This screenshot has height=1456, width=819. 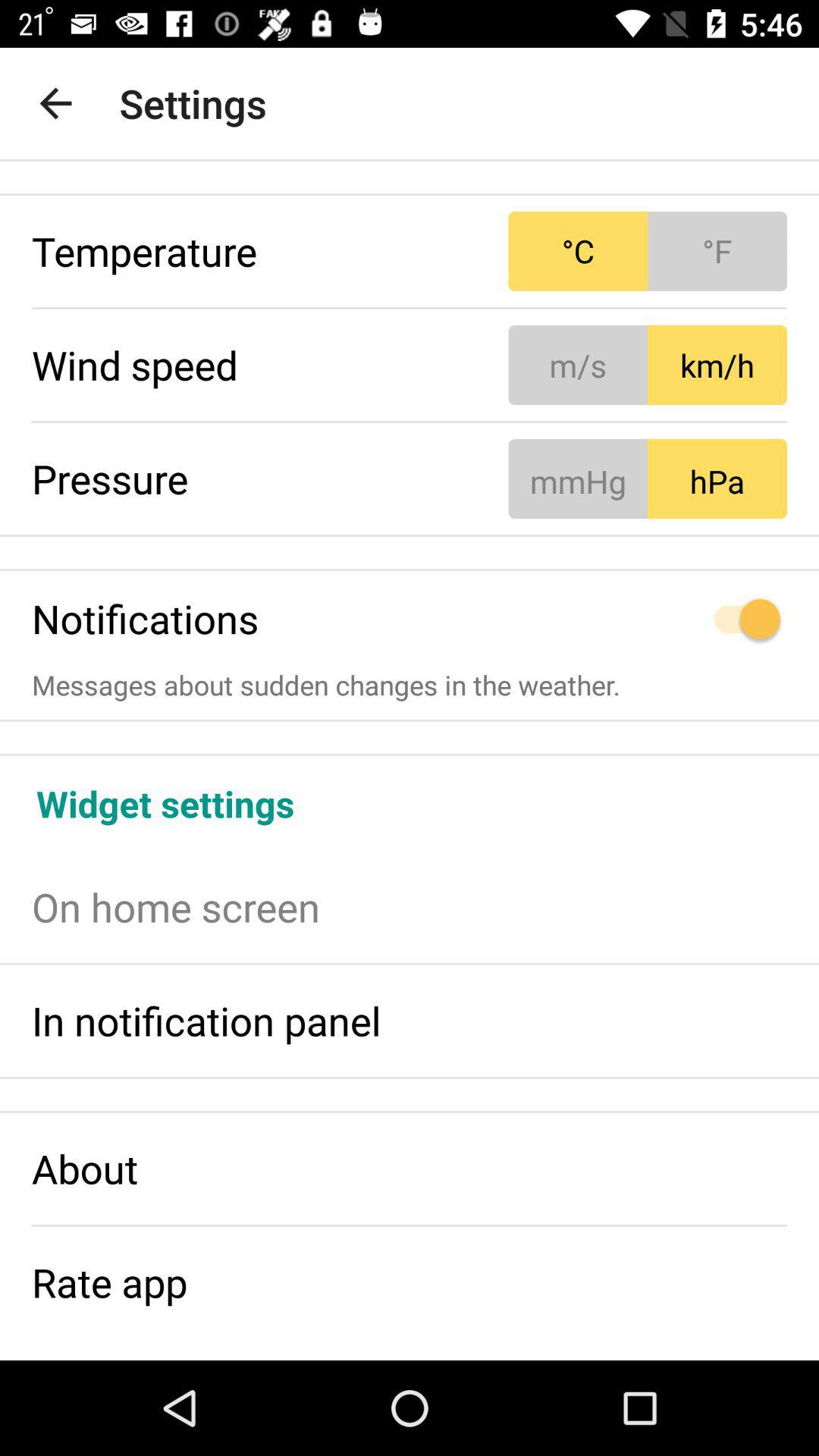 I want to click on item below widget settings, so click(x=409, y=907).